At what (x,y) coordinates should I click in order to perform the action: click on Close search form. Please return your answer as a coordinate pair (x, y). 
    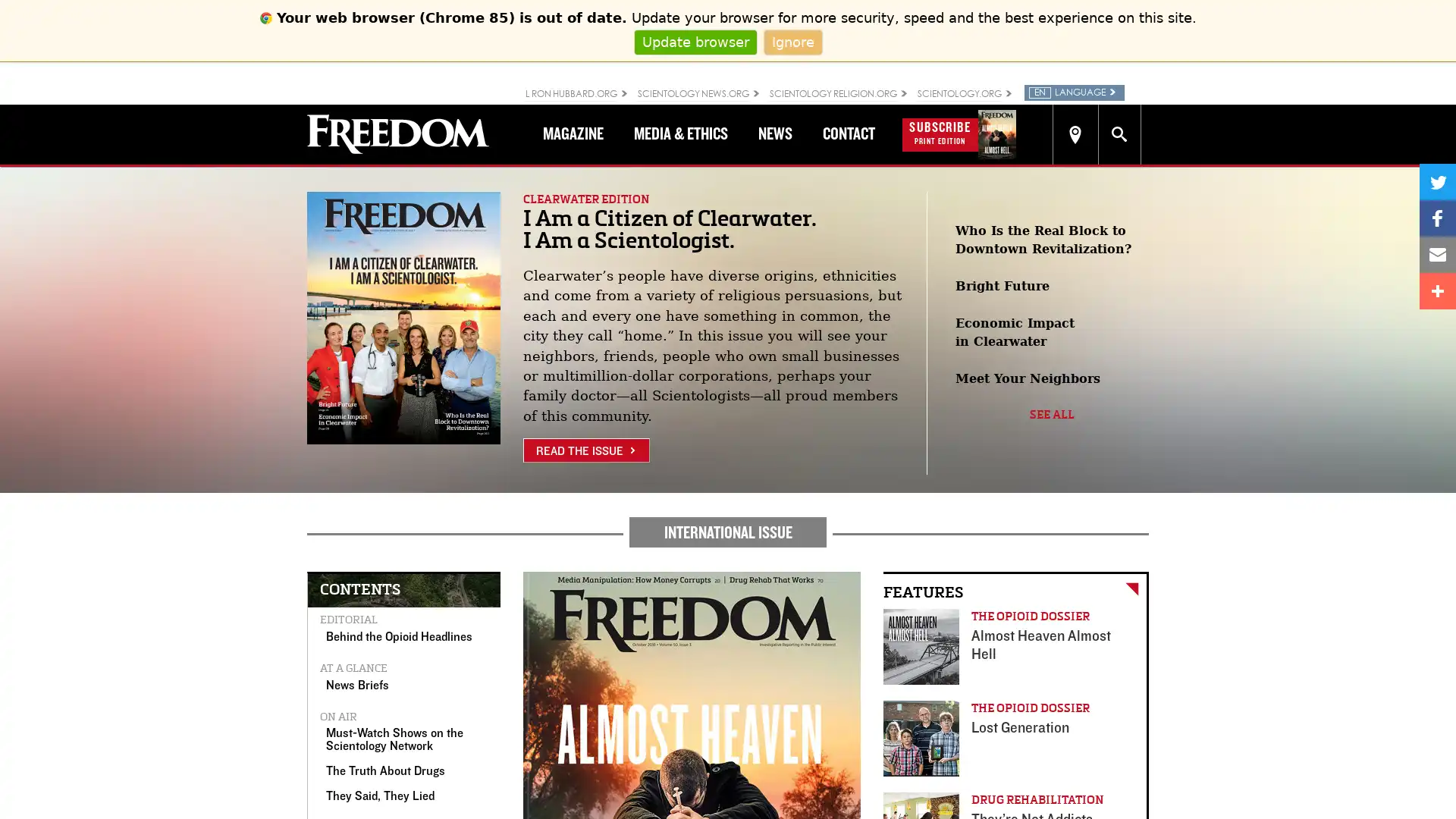
    Looking at the image, I should click on (1313, 40).